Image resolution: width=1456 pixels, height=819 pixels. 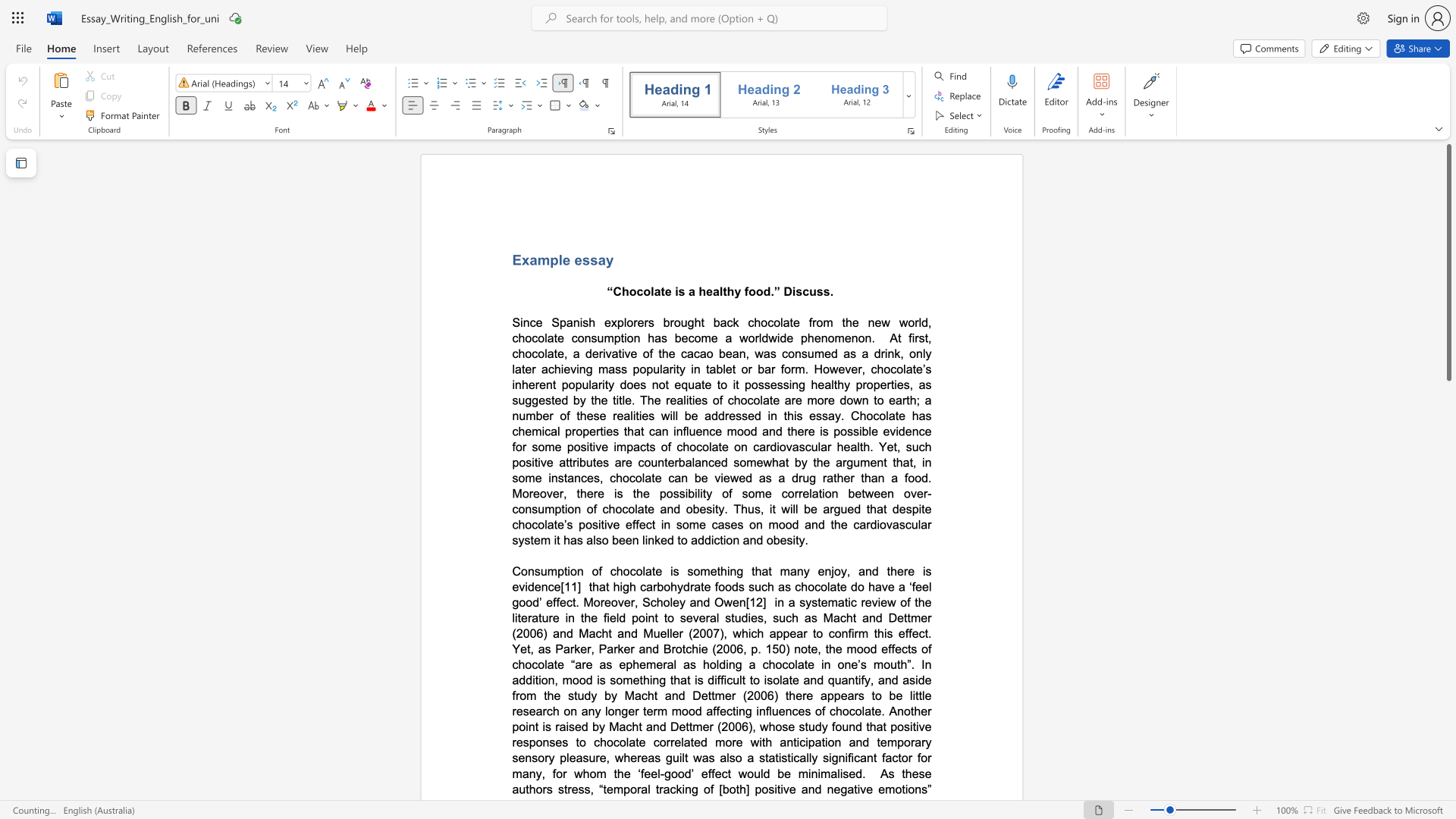 I want to click on the scrollbar on the right side to scroll the page down, so click(x=1448, y=644).